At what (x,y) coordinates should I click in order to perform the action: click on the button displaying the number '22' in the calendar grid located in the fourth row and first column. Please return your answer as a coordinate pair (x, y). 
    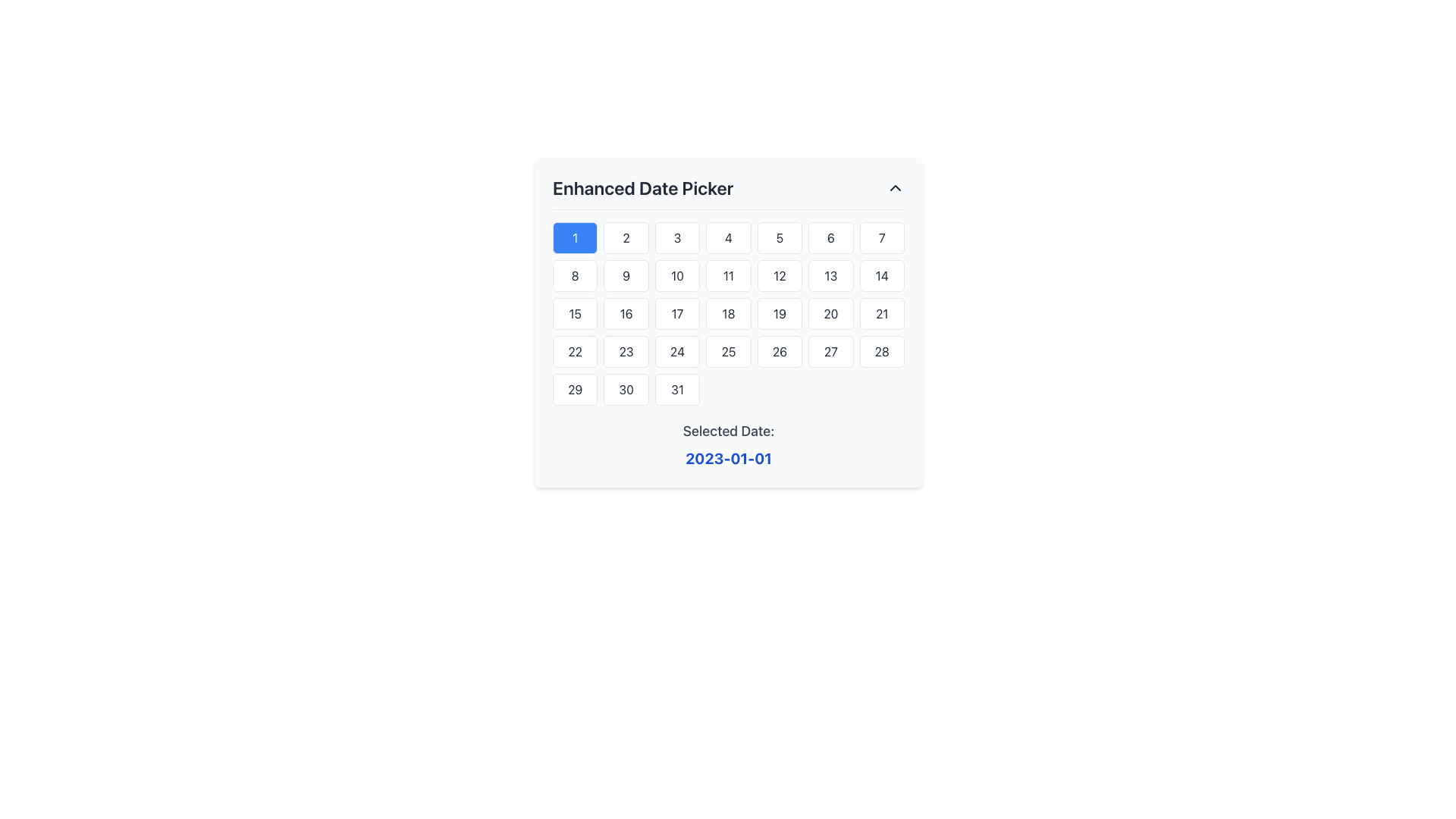
    Looking at the image, I should click on (574, 351).